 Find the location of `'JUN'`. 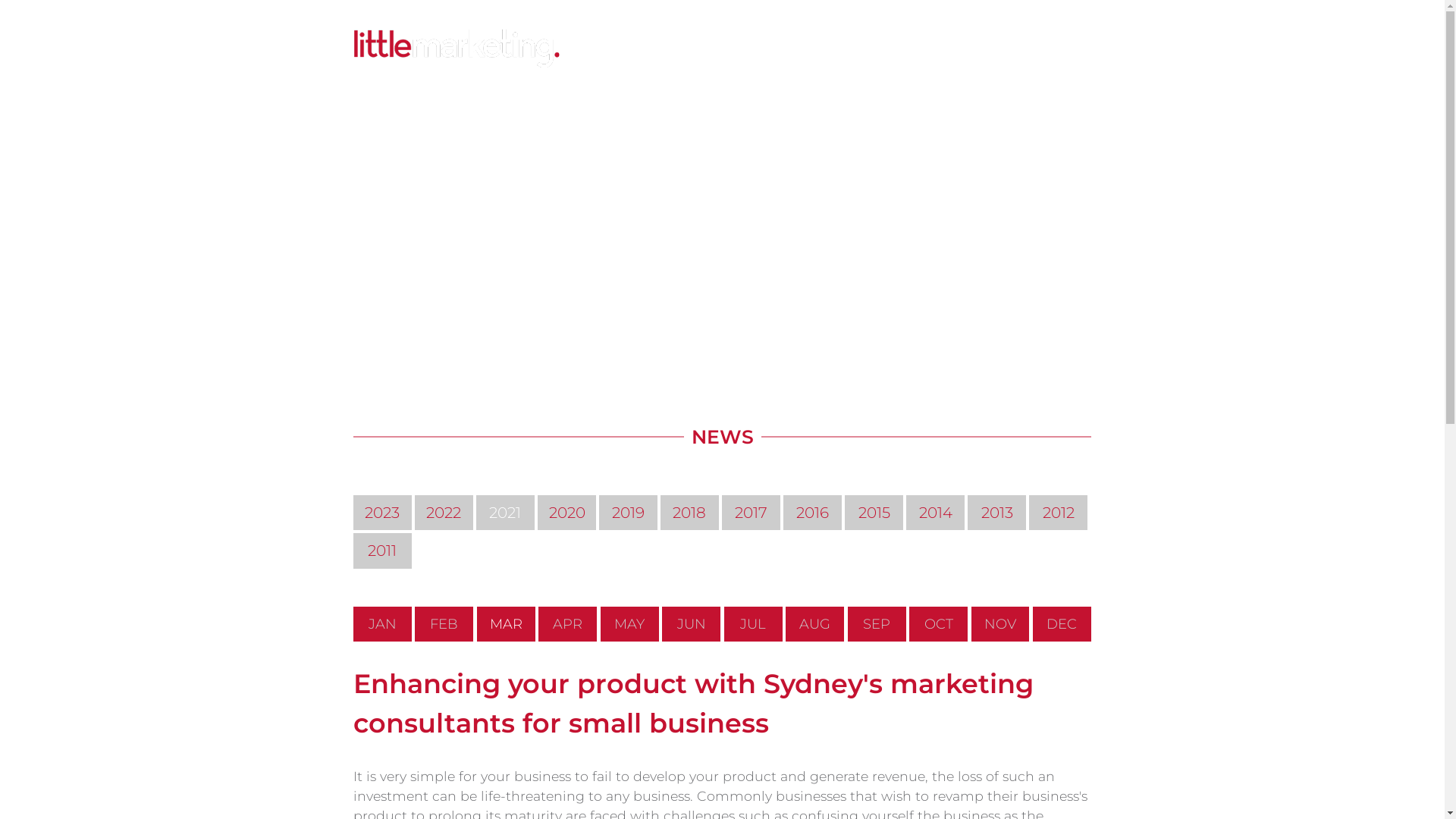

'JUN' is located at coordinates (690, 623).